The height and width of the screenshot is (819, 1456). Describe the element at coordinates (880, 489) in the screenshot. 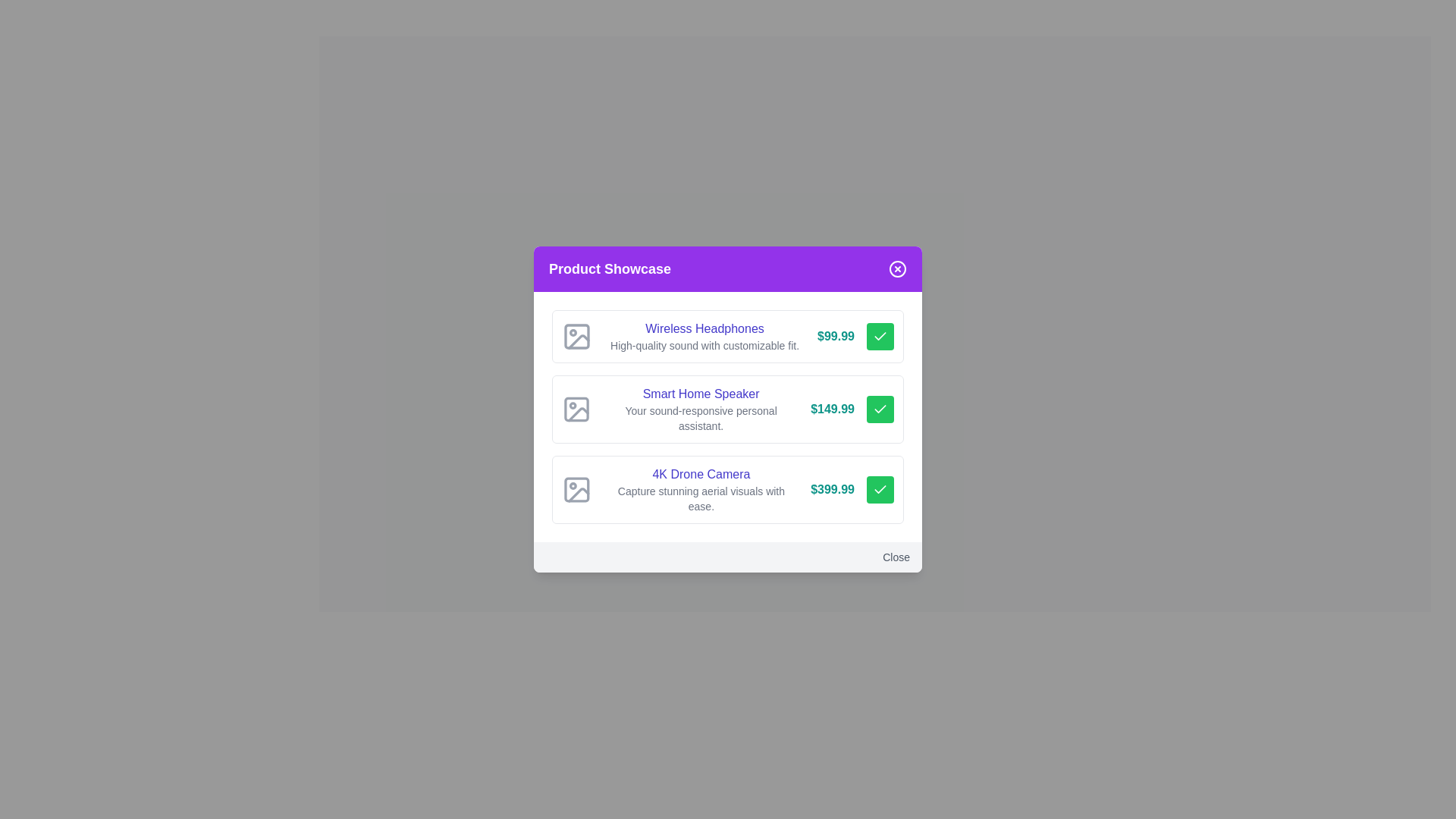

I see `the green rectangular button with a white checkmark icon, located on the rightmost side of the row for the '4K Drone Camera' product in the 'Product Showcase' modal dialog, to confirm or select the item` at that location.